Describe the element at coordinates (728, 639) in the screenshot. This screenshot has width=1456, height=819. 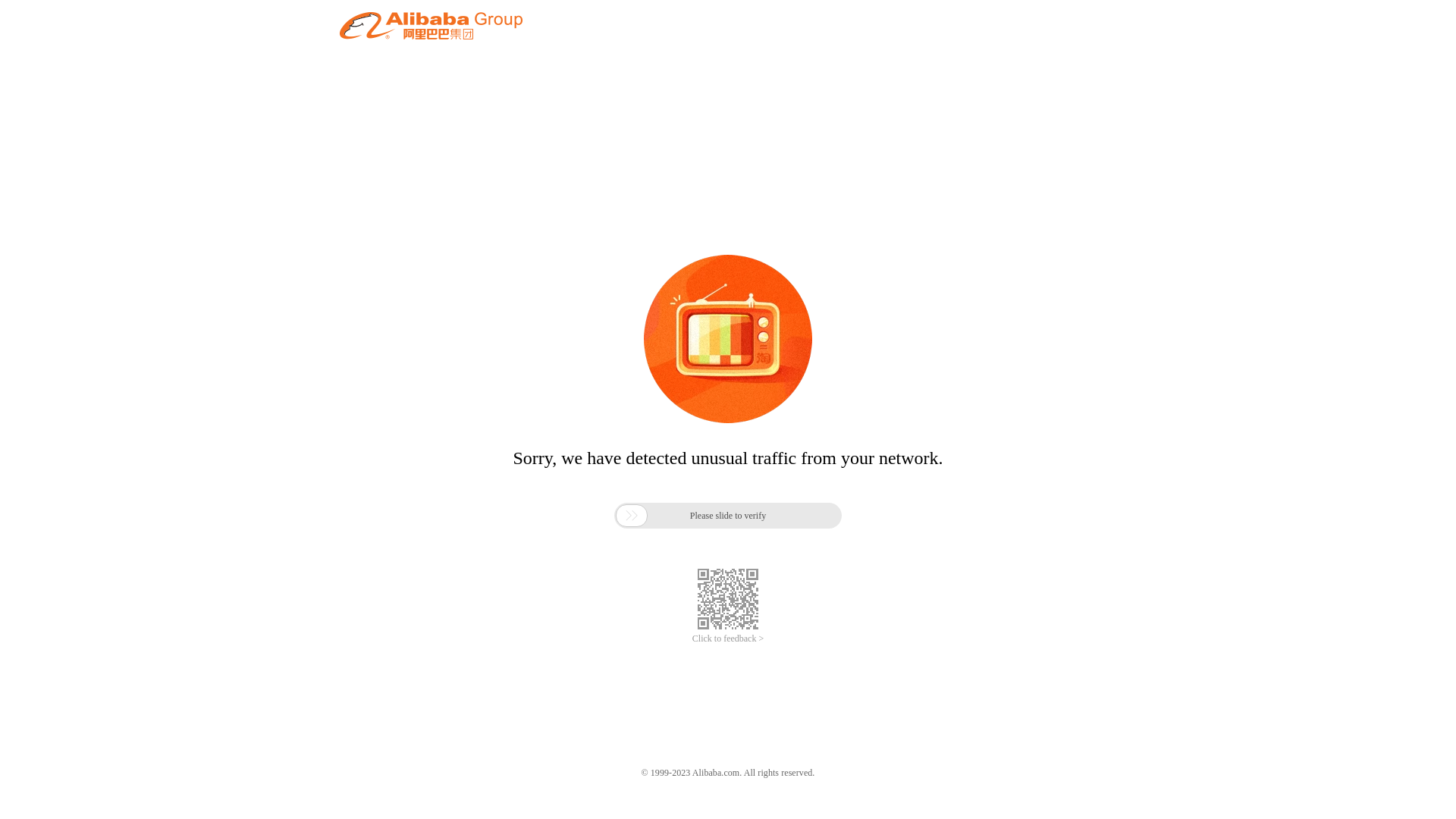
I see `'Click to feedback >'` at that location.